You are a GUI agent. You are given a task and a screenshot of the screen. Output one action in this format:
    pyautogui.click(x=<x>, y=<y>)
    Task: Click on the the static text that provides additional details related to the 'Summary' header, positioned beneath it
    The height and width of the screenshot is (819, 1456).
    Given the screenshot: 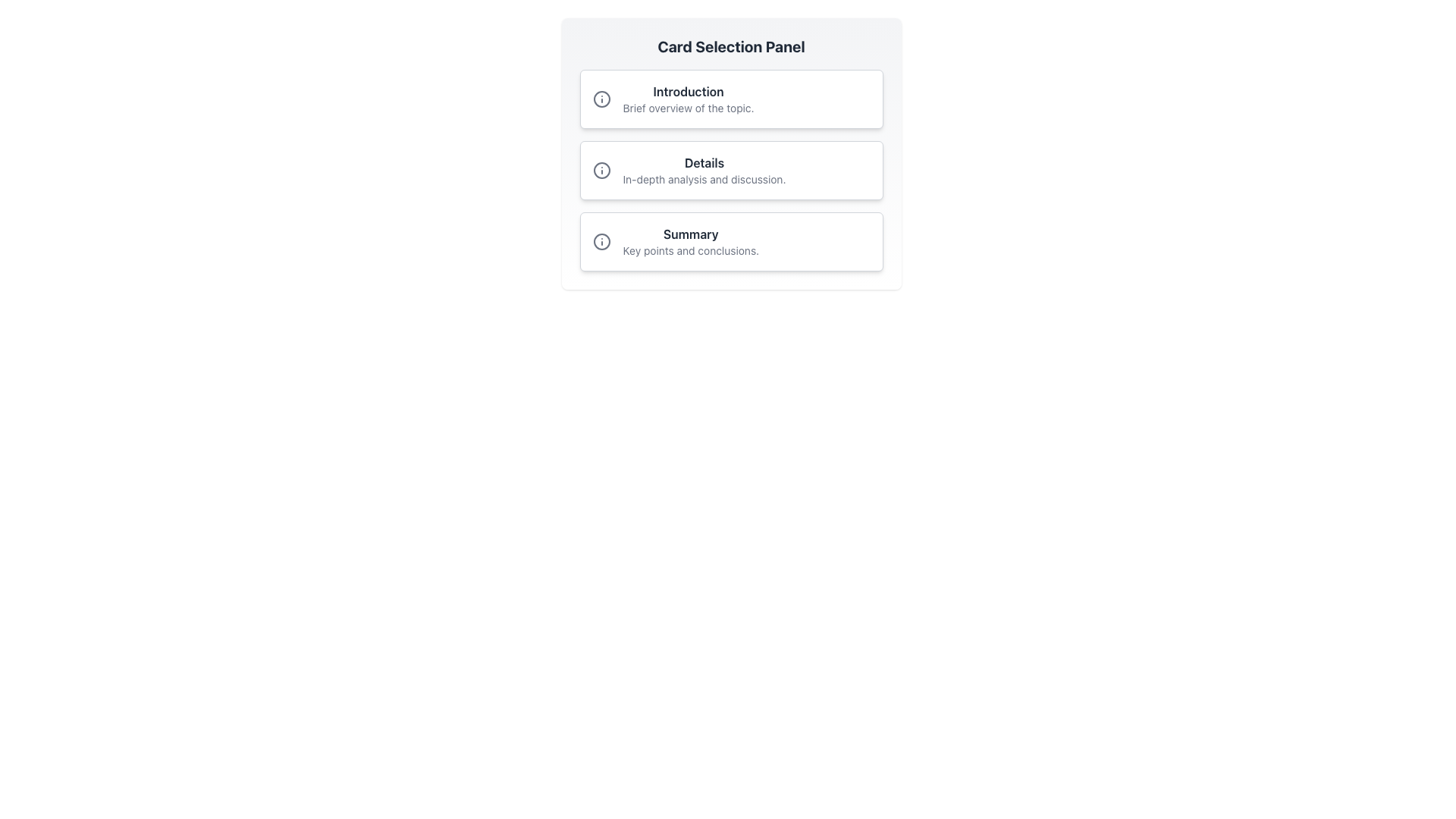 What is the action you would take?
    pyautogui.click(x=690, y=250)
    